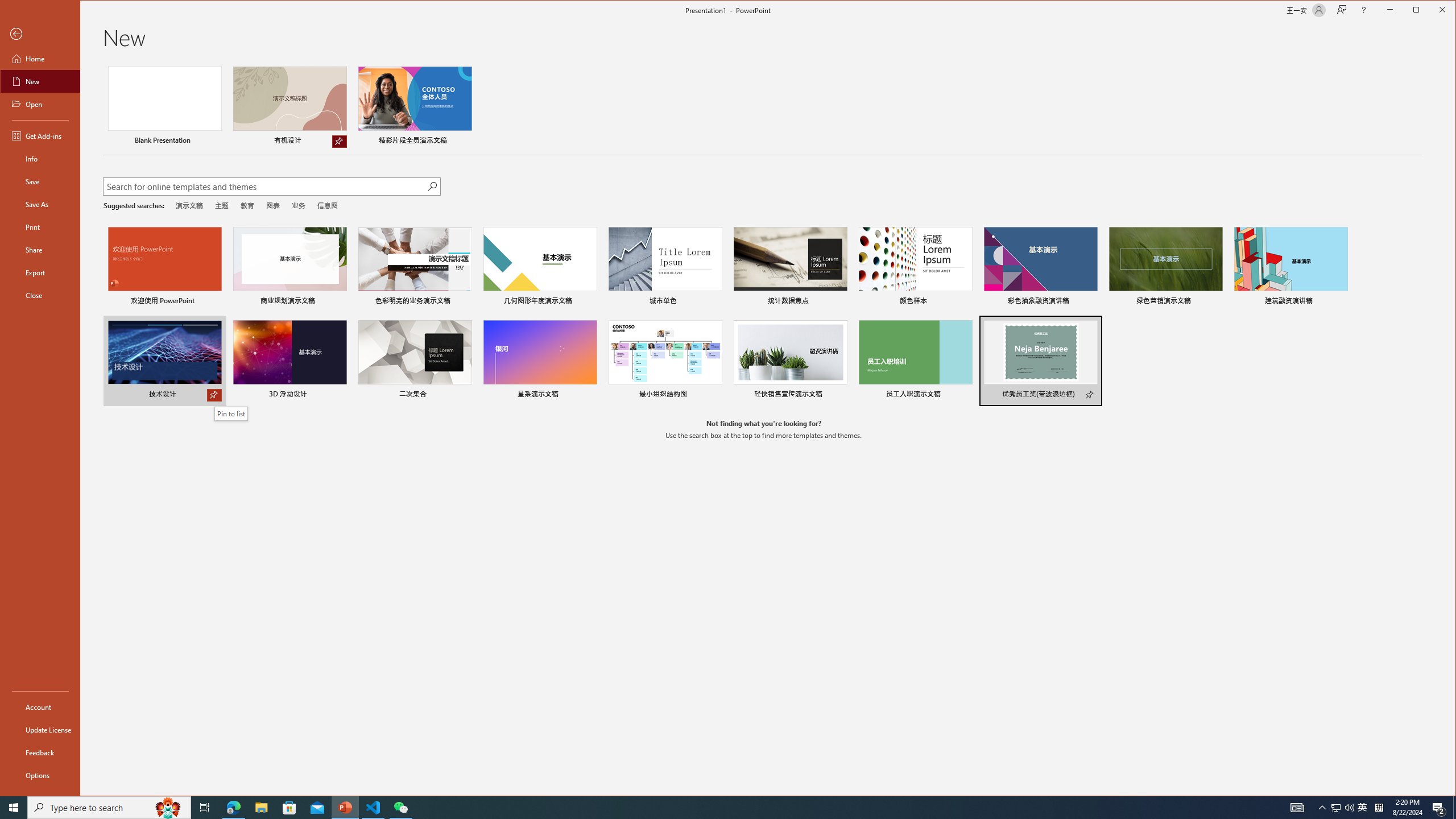 The width and height of the screenshot is (1456, 819). I want to click on 'Maximize', so click(1433, 11).